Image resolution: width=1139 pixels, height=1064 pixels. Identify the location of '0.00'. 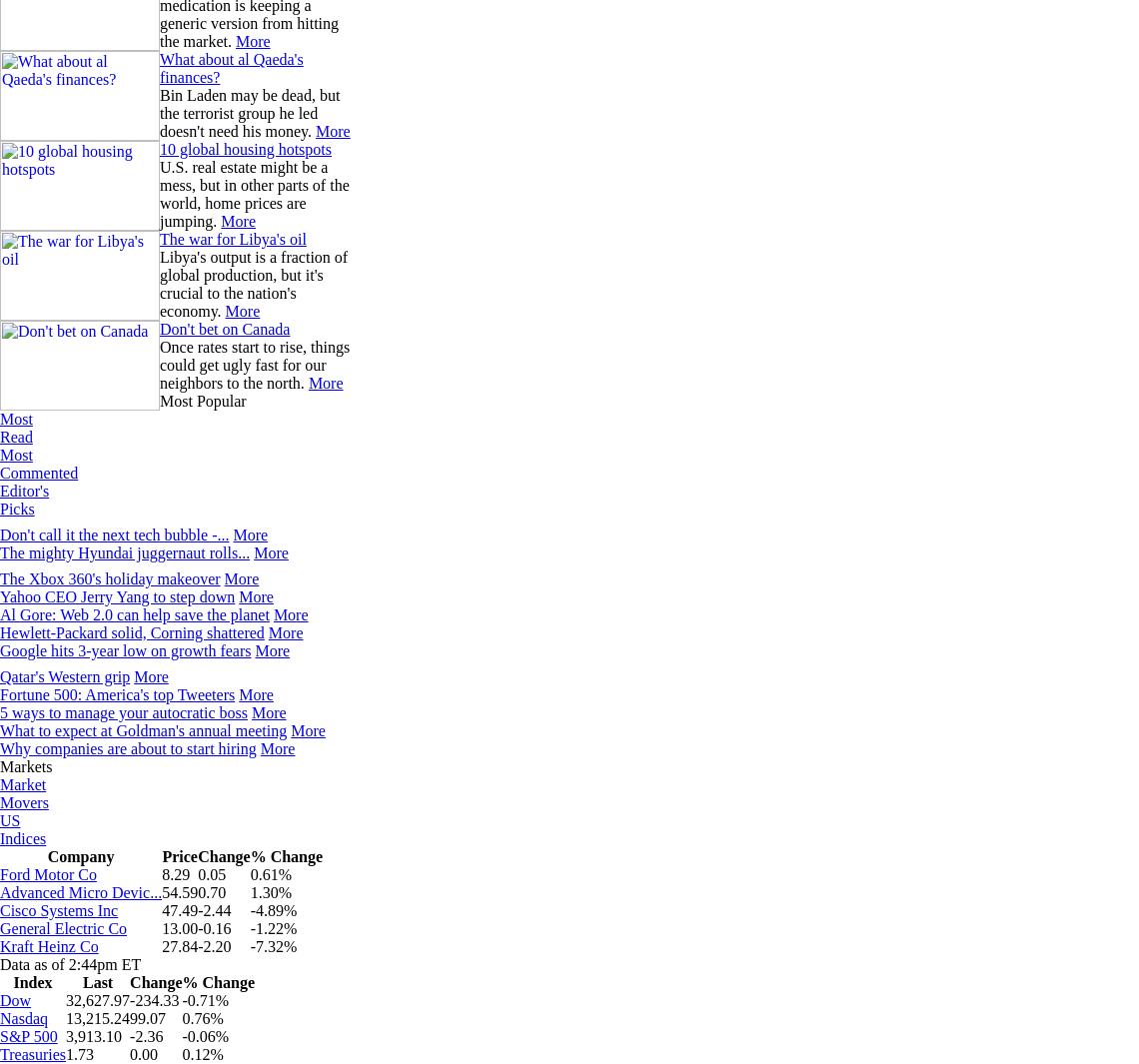
(143, 1054).